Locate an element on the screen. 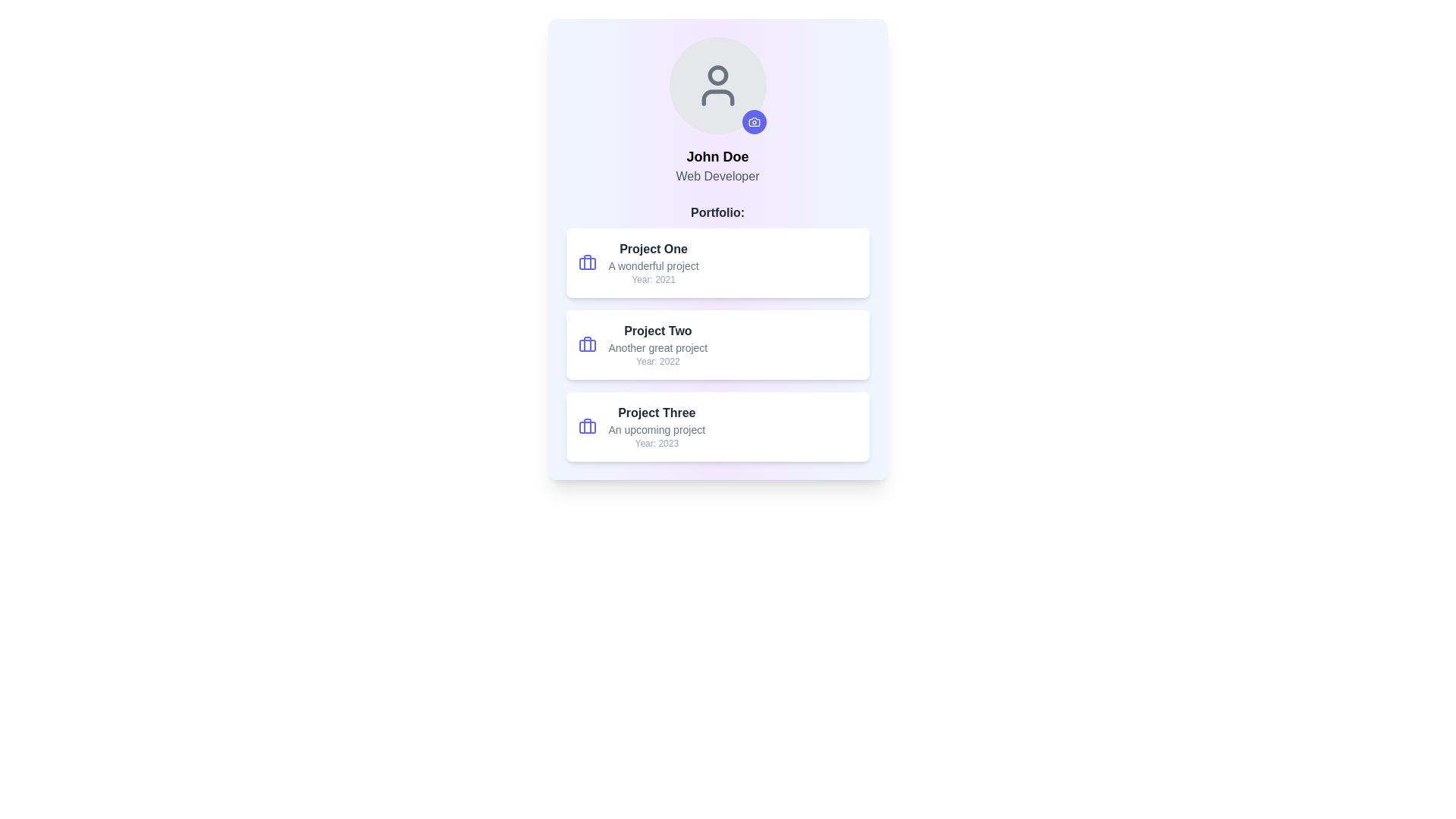  text displayed in the year label associated with 'Project Three', which is located within the third card of a vertically arranged portfolio section is located at coordinates (657, 444).